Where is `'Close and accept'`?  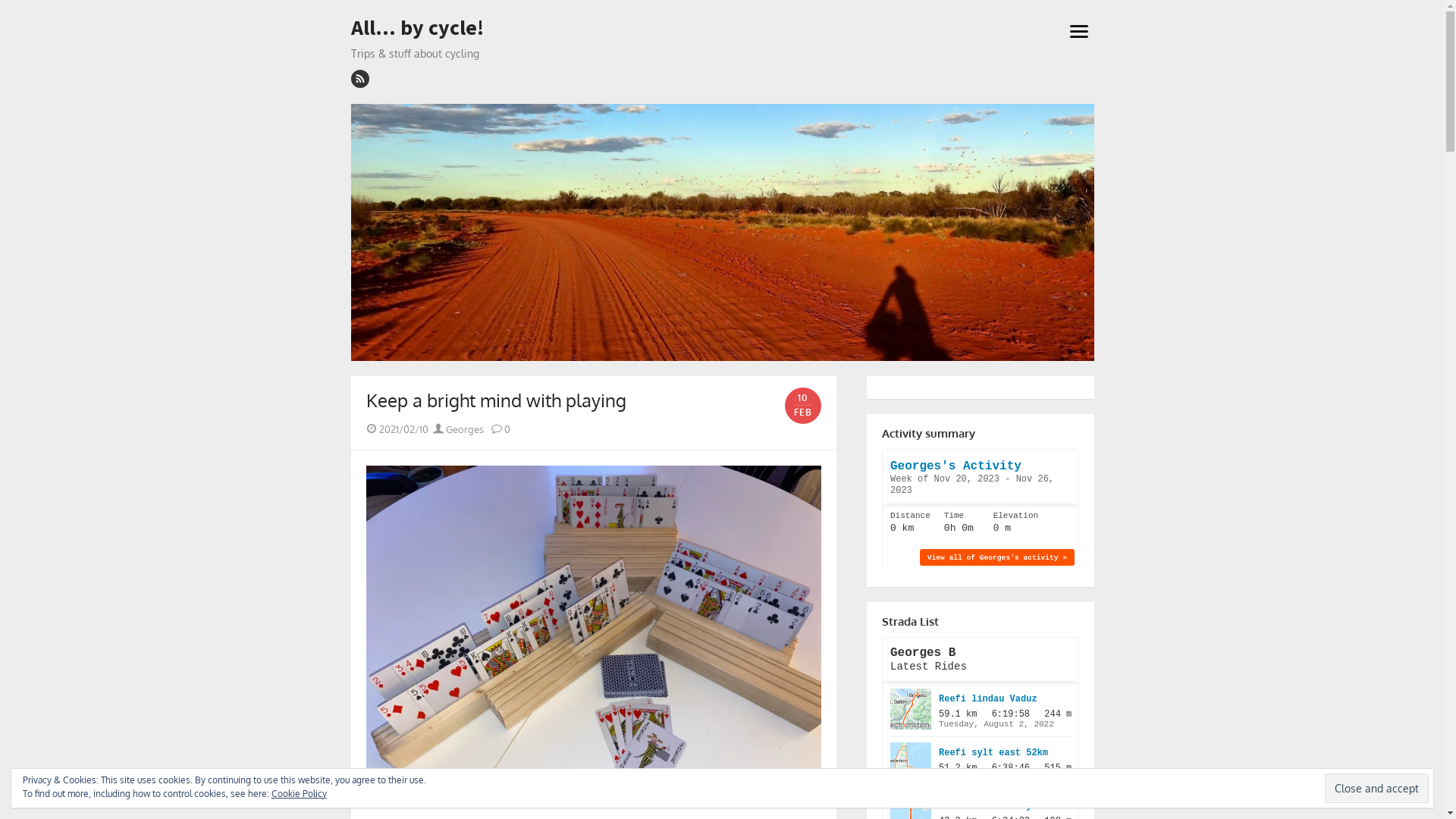
'Close and accept' is located at coordinates (1376, 787).